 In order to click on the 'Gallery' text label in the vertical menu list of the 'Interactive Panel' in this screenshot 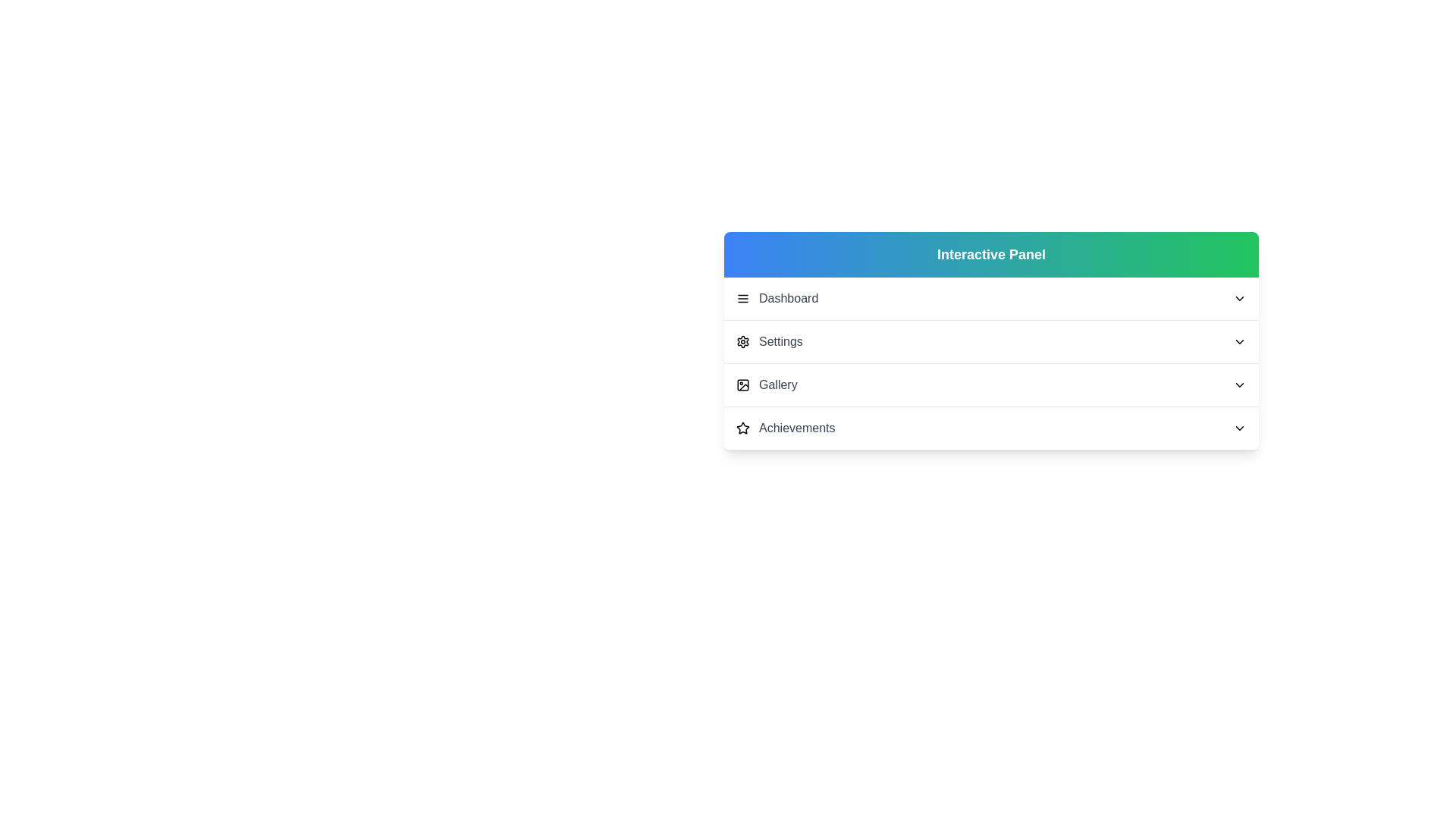, I will do `click(778, 384)`.